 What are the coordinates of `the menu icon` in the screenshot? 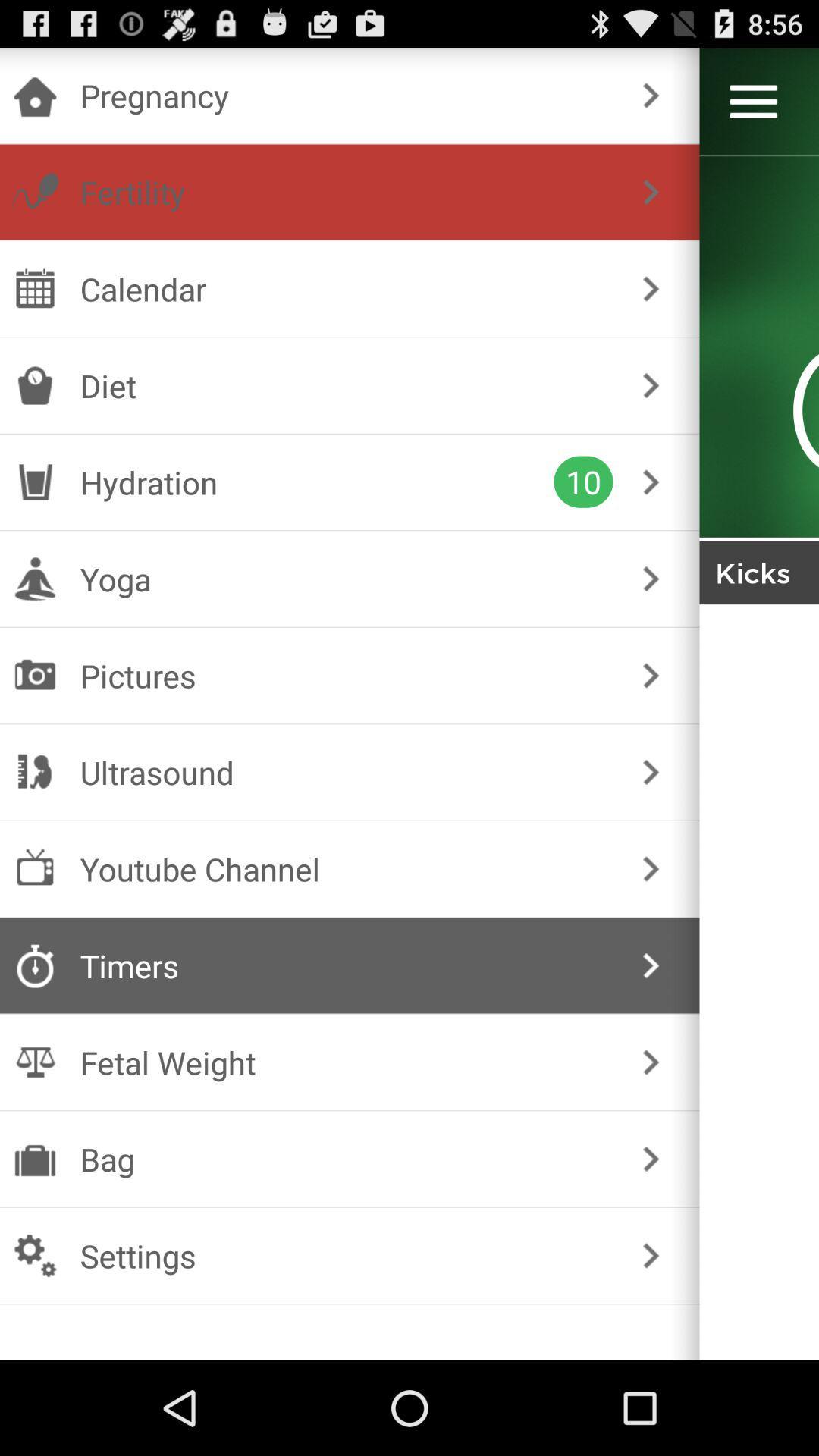 It's located at (753, 108).